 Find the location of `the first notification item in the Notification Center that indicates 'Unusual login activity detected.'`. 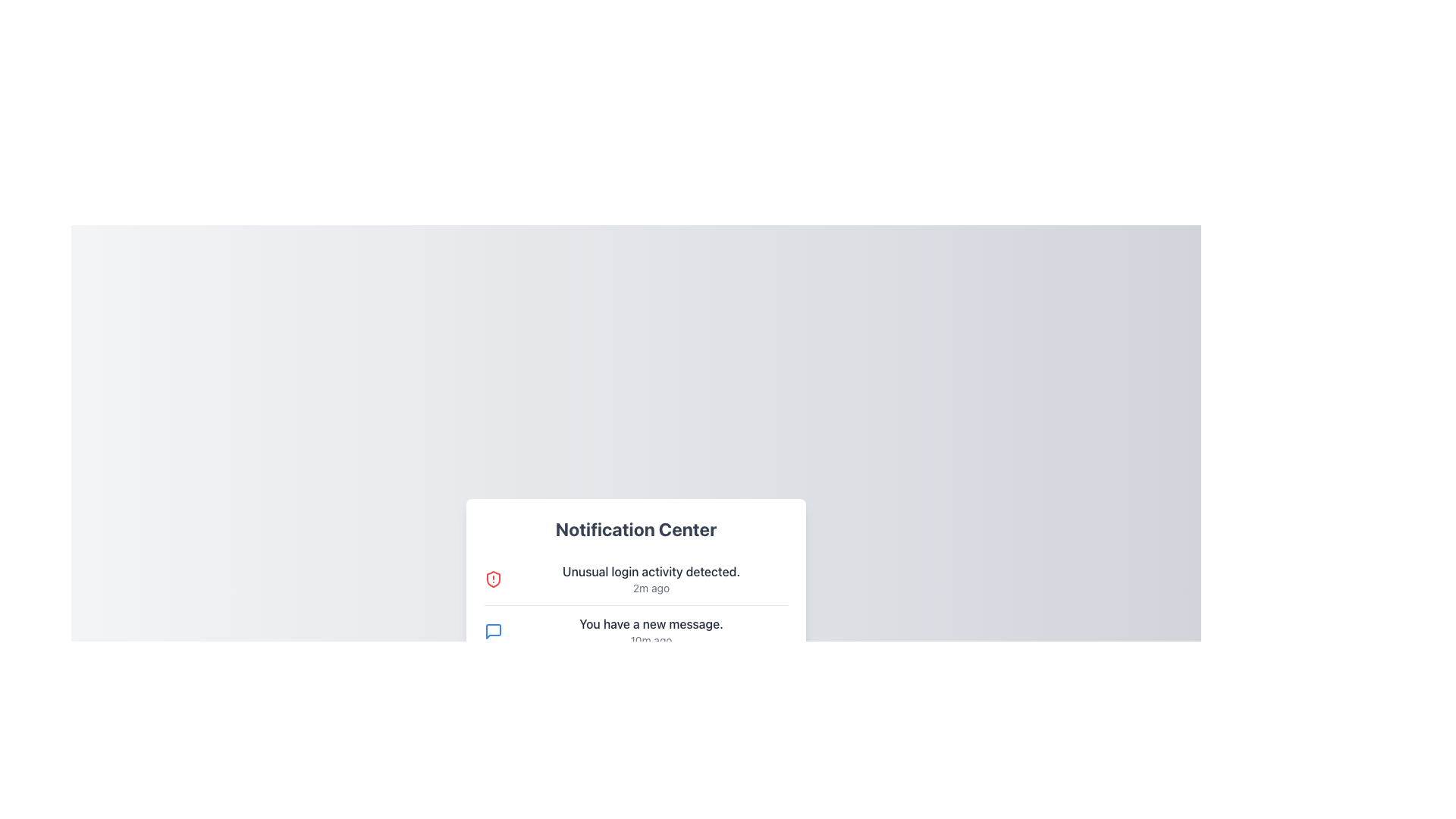

the first notification item in the Notification Center that indicates 'Unusual login activity detected.' is located at coordinates (636, 579).